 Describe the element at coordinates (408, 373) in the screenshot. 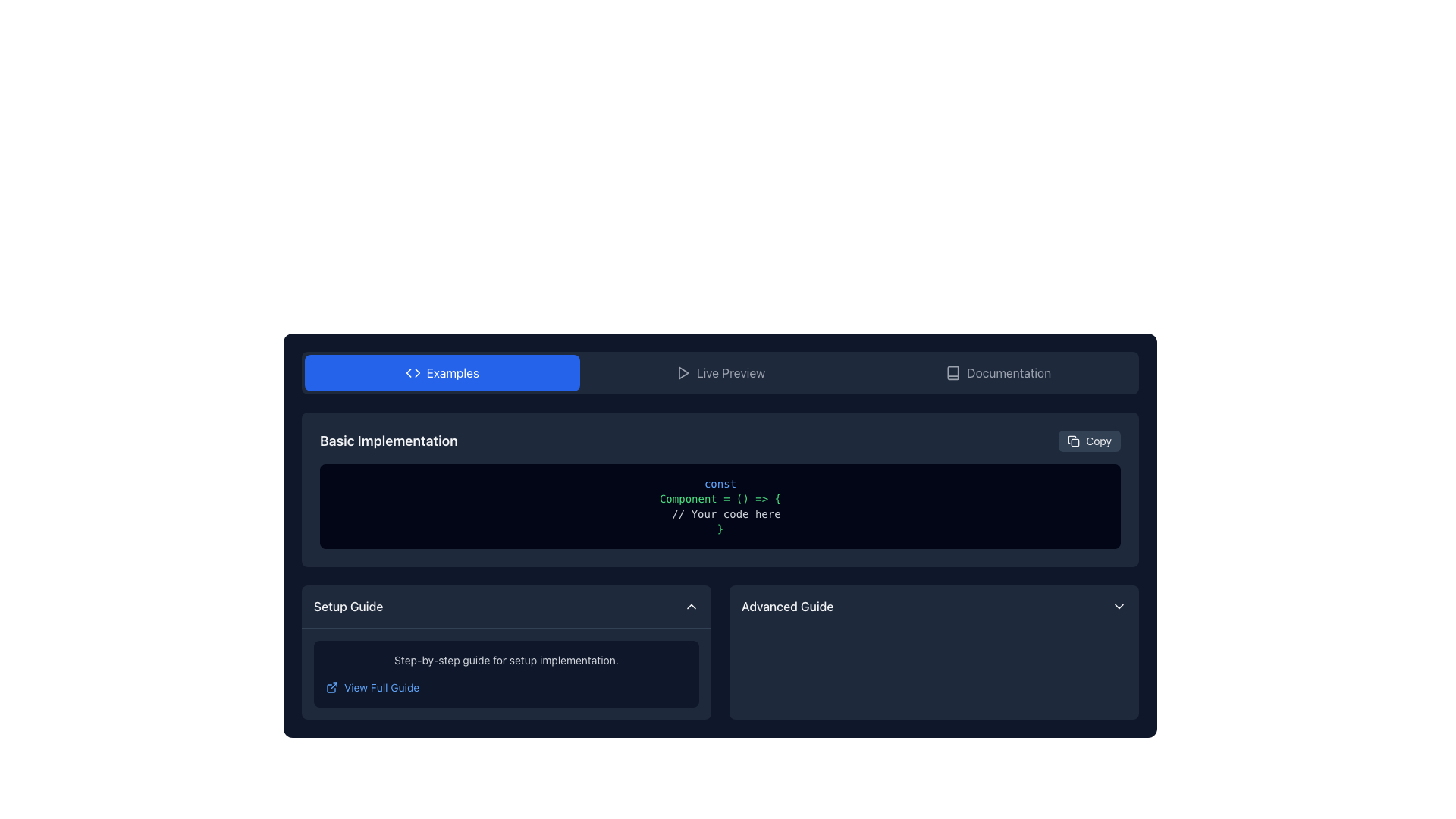

I see `the leftward-pointing arrow icon within the SVG graphic, which serves as a navigation indicator, if it is interactive` at that location.